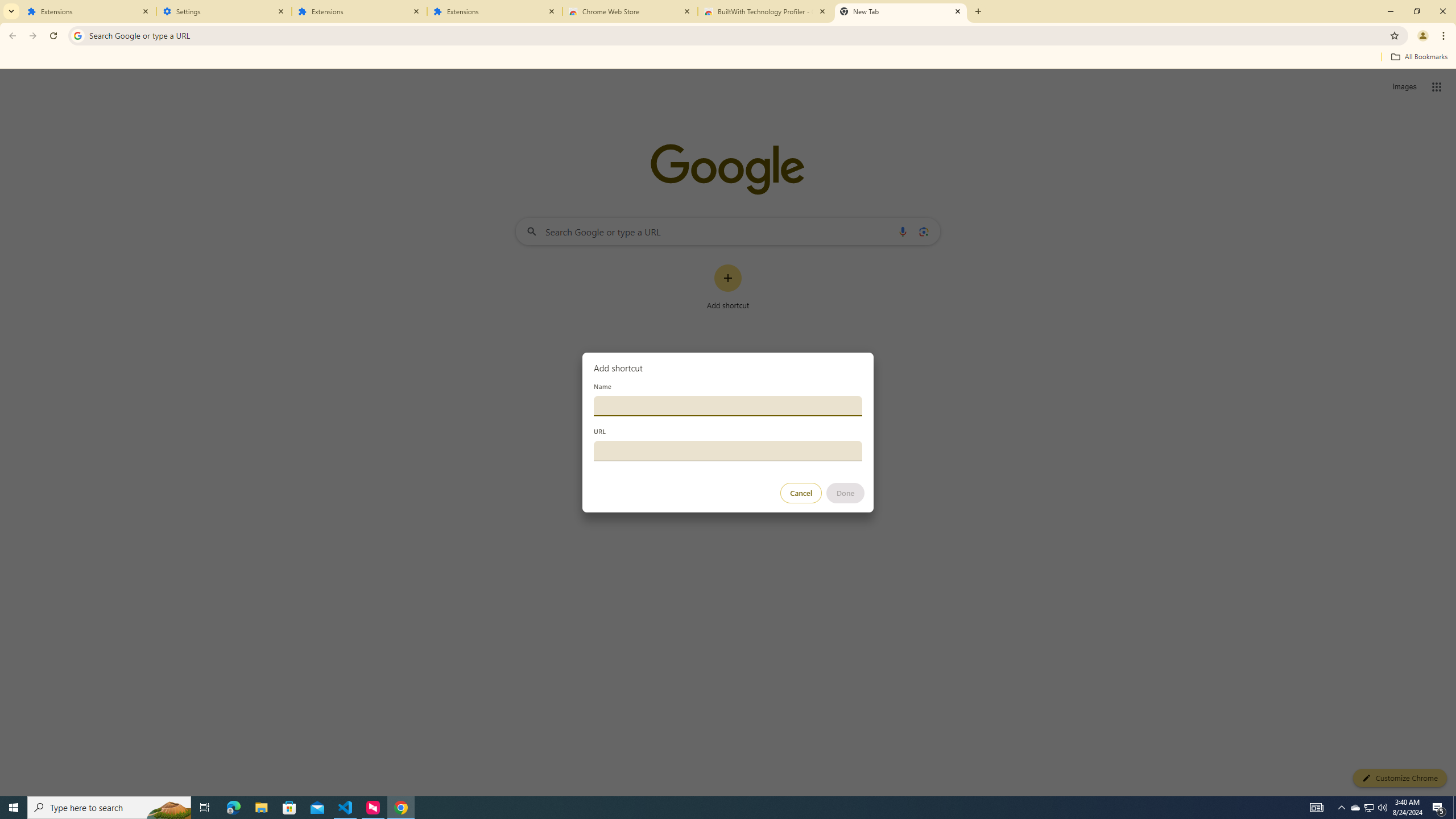 The image size is (1456, 819). What do you see at coordinates (224, 11) in the screenshot?
I see `'Settings'` at bounding box center [224, 11].